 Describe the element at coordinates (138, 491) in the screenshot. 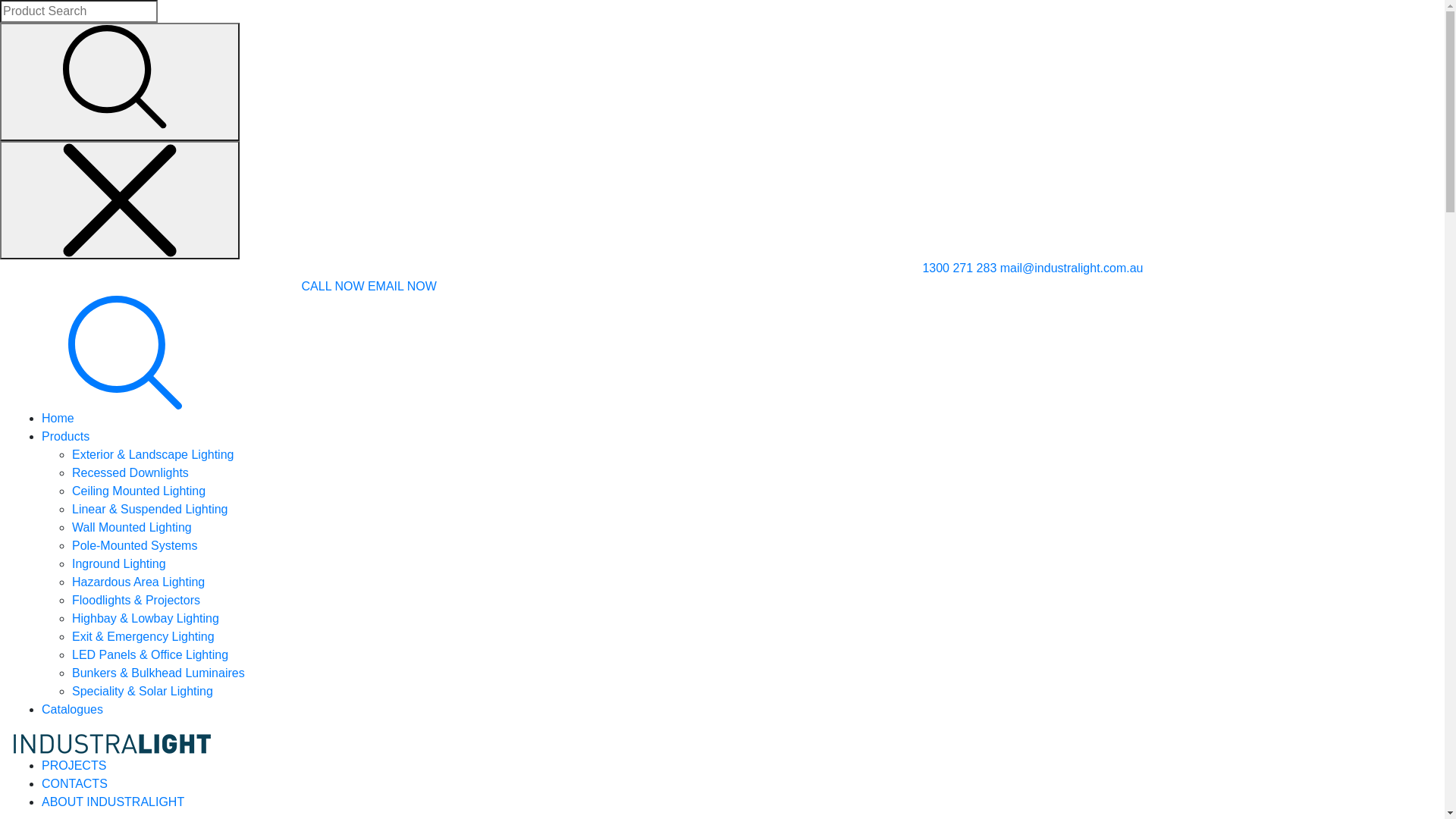

I see `'Ceiling Mounted Lighting'` at that location.